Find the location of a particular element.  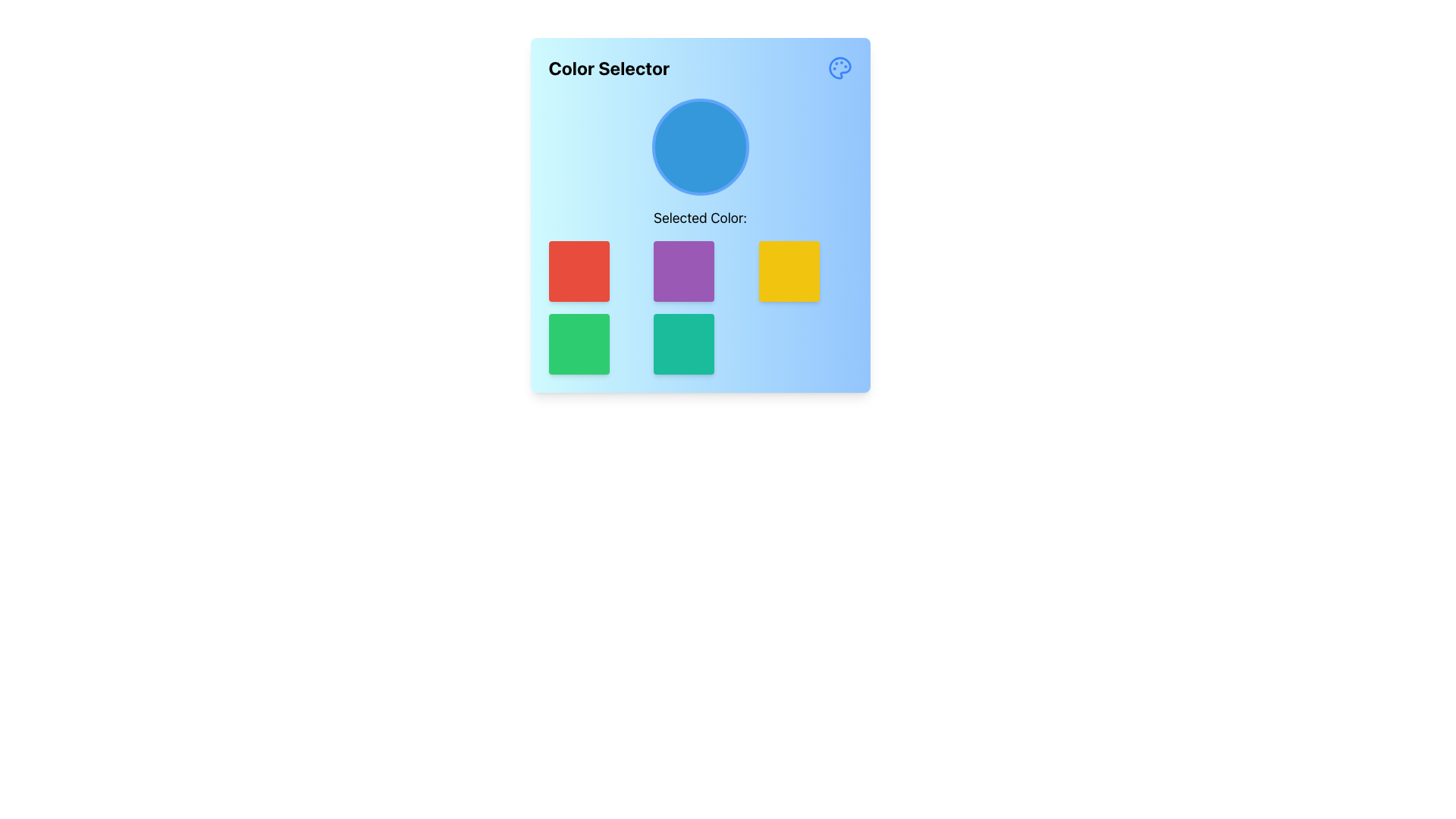

the interactive button located in the upper right corner of a purple square tile, which likely serves a deletion or removal function is located at coordinates (737, 249).